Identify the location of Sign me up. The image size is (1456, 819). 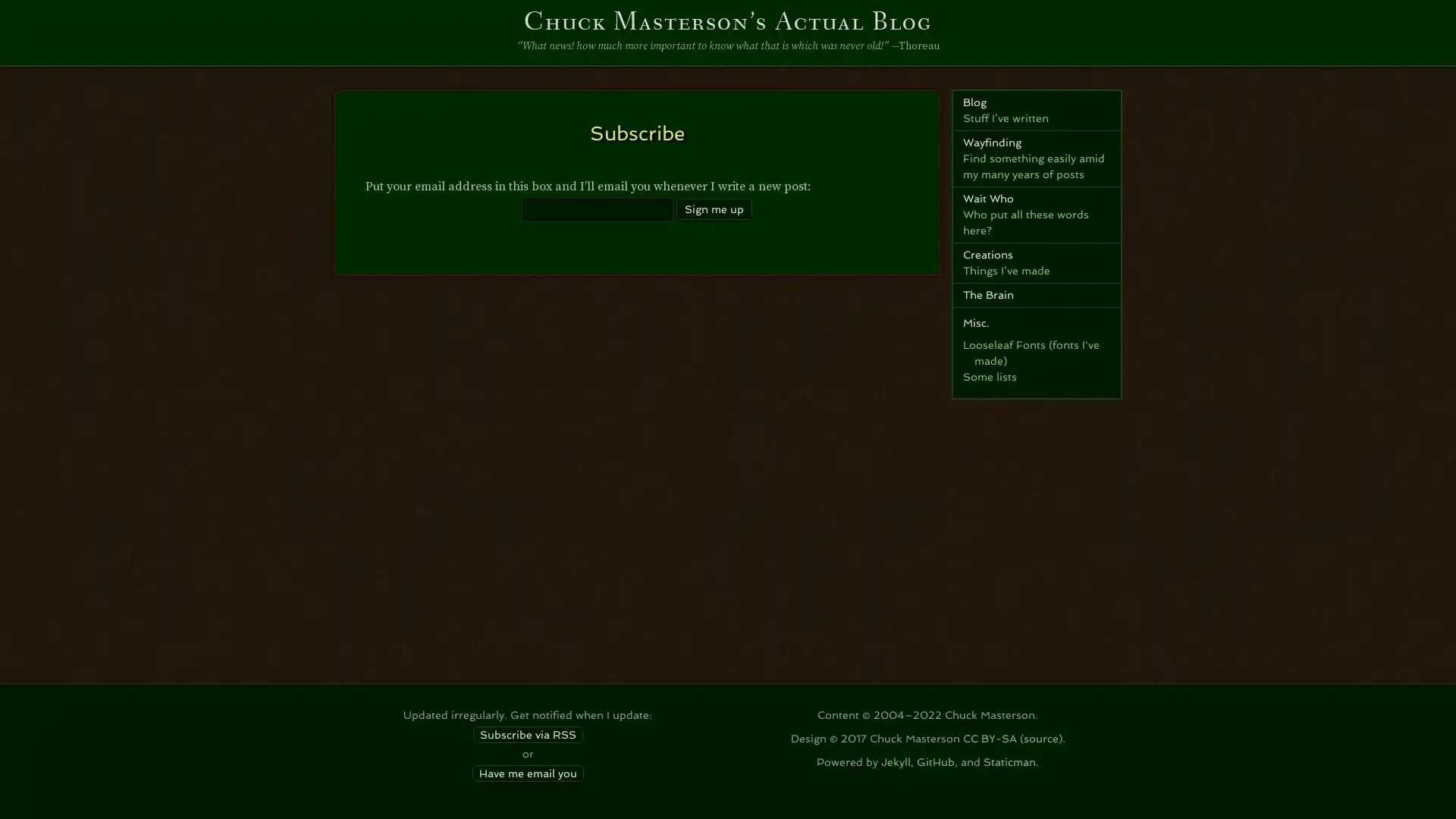
(712, 208).